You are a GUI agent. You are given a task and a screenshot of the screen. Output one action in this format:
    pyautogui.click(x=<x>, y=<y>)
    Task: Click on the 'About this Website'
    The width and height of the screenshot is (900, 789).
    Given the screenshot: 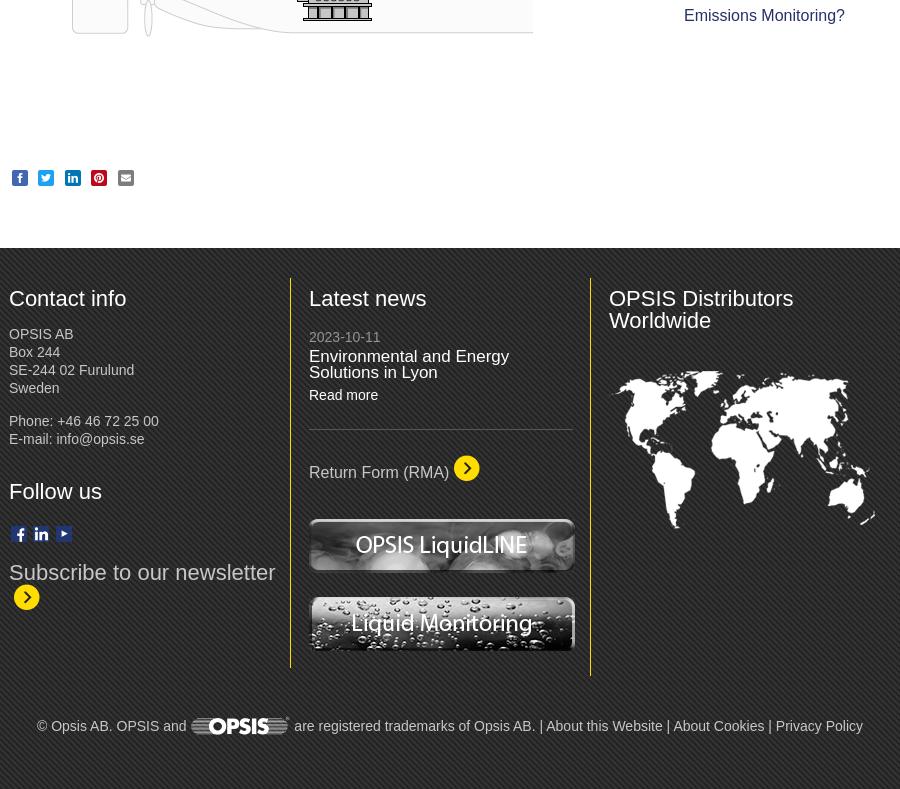 What is the action you would take?
    pyautogui.click(x=603, y=725)
    